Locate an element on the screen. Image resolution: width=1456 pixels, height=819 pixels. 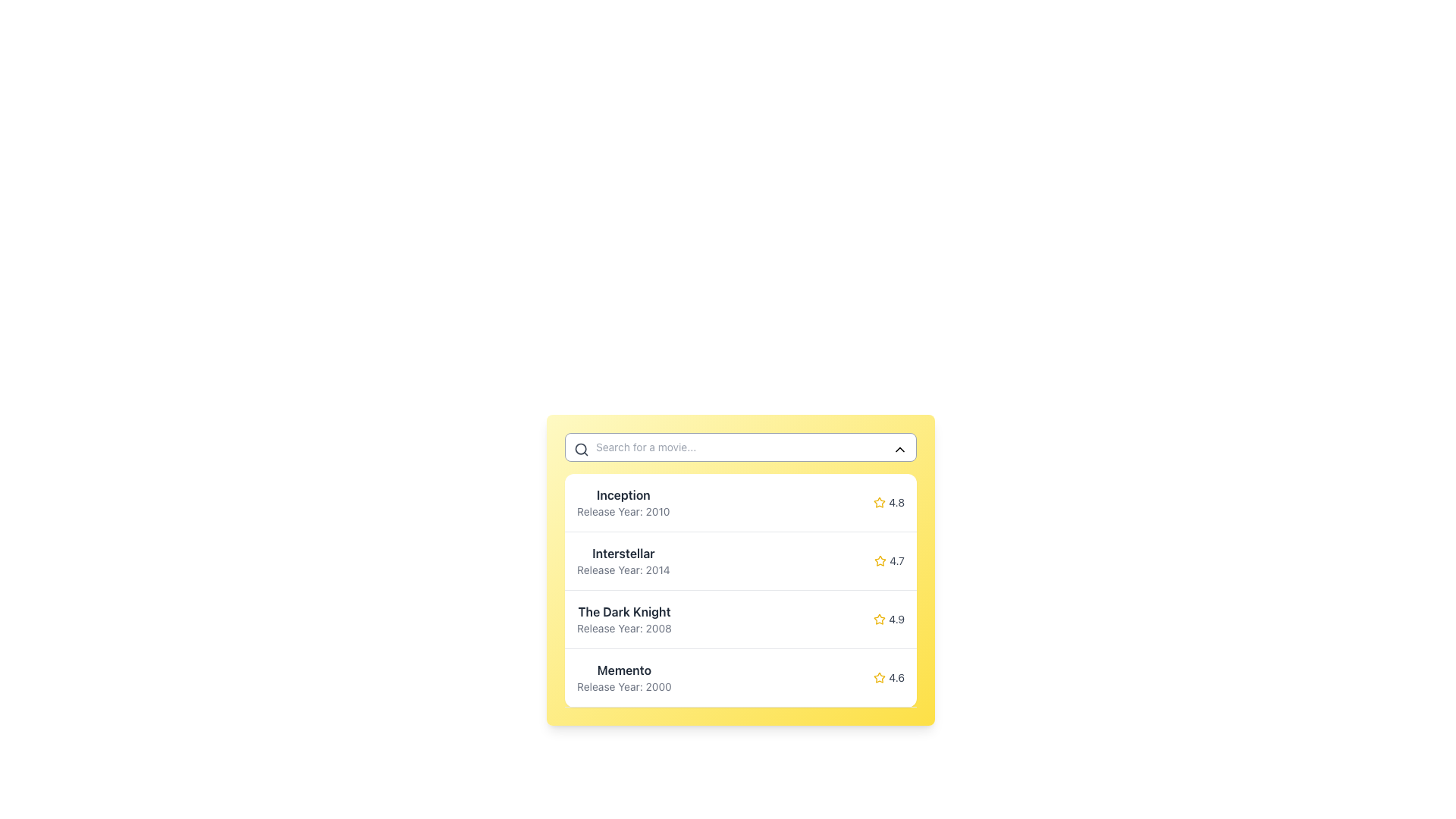
text block displaying the title and release year of the movie located beneath 'The Dark Knight Release Year: 2008' and above the rating star and number '4.6' is located at coordinates (624, 677).